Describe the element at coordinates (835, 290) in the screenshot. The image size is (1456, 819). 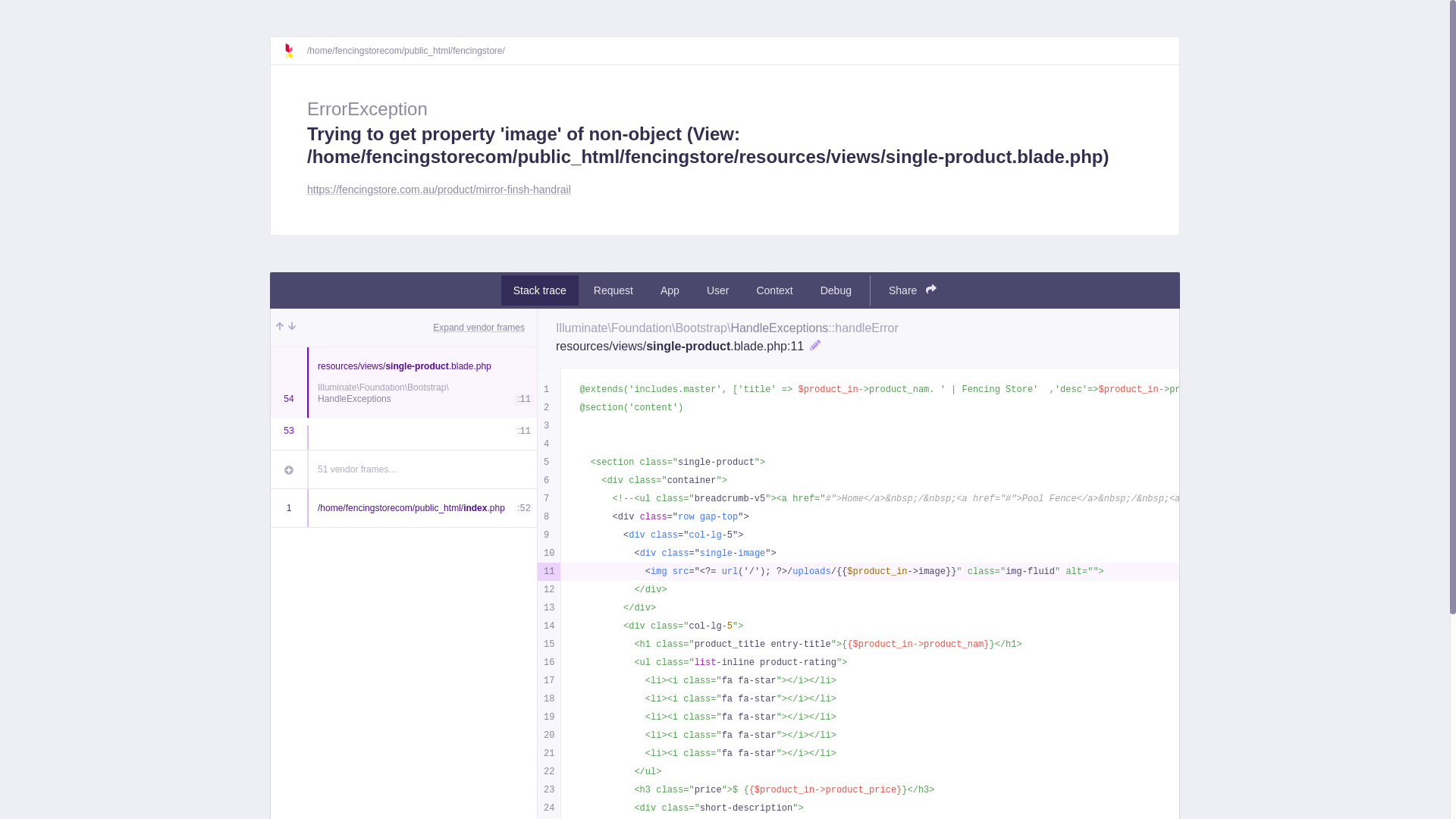
I see `'Debug'` at that location.